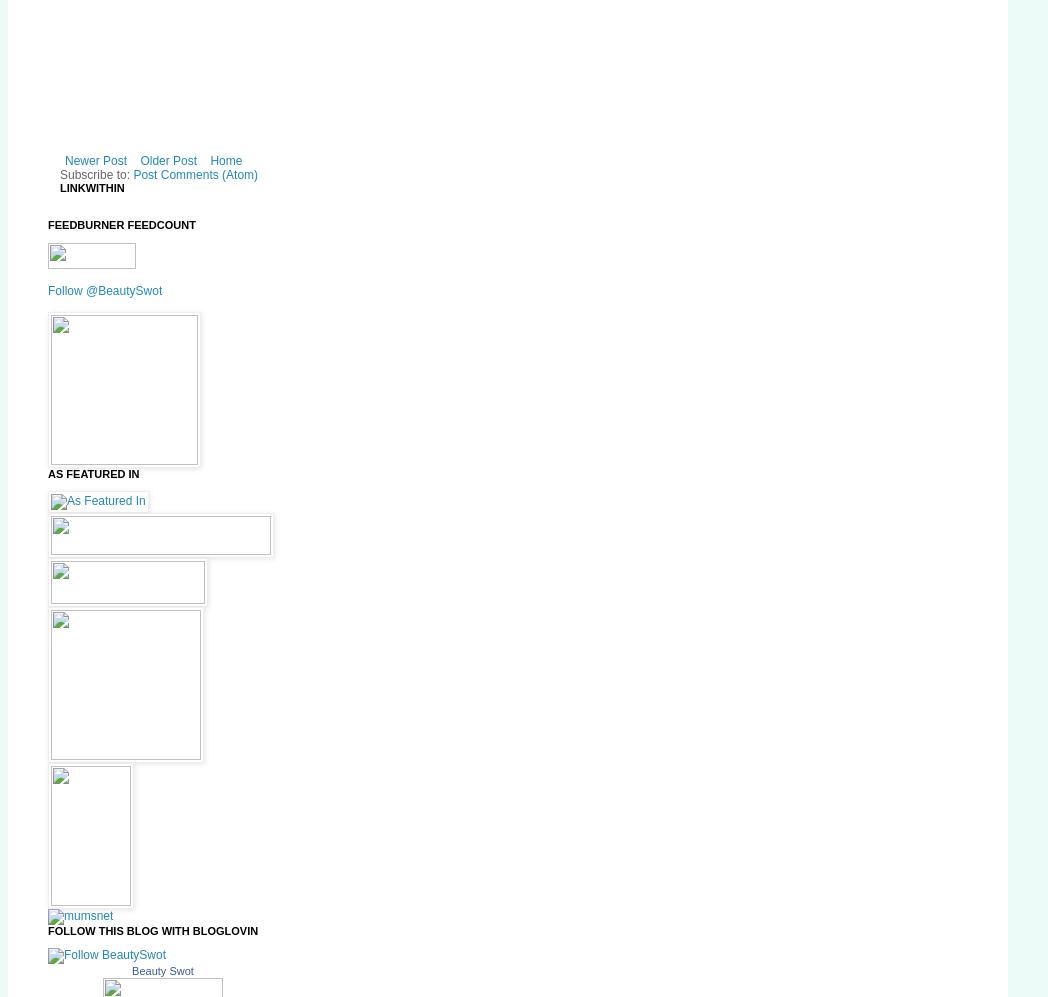  What do you see at coordinates (120, 225) in the screenshot?
I see `'FeedBurner FeedCount'` at bounding box center [120, 225].